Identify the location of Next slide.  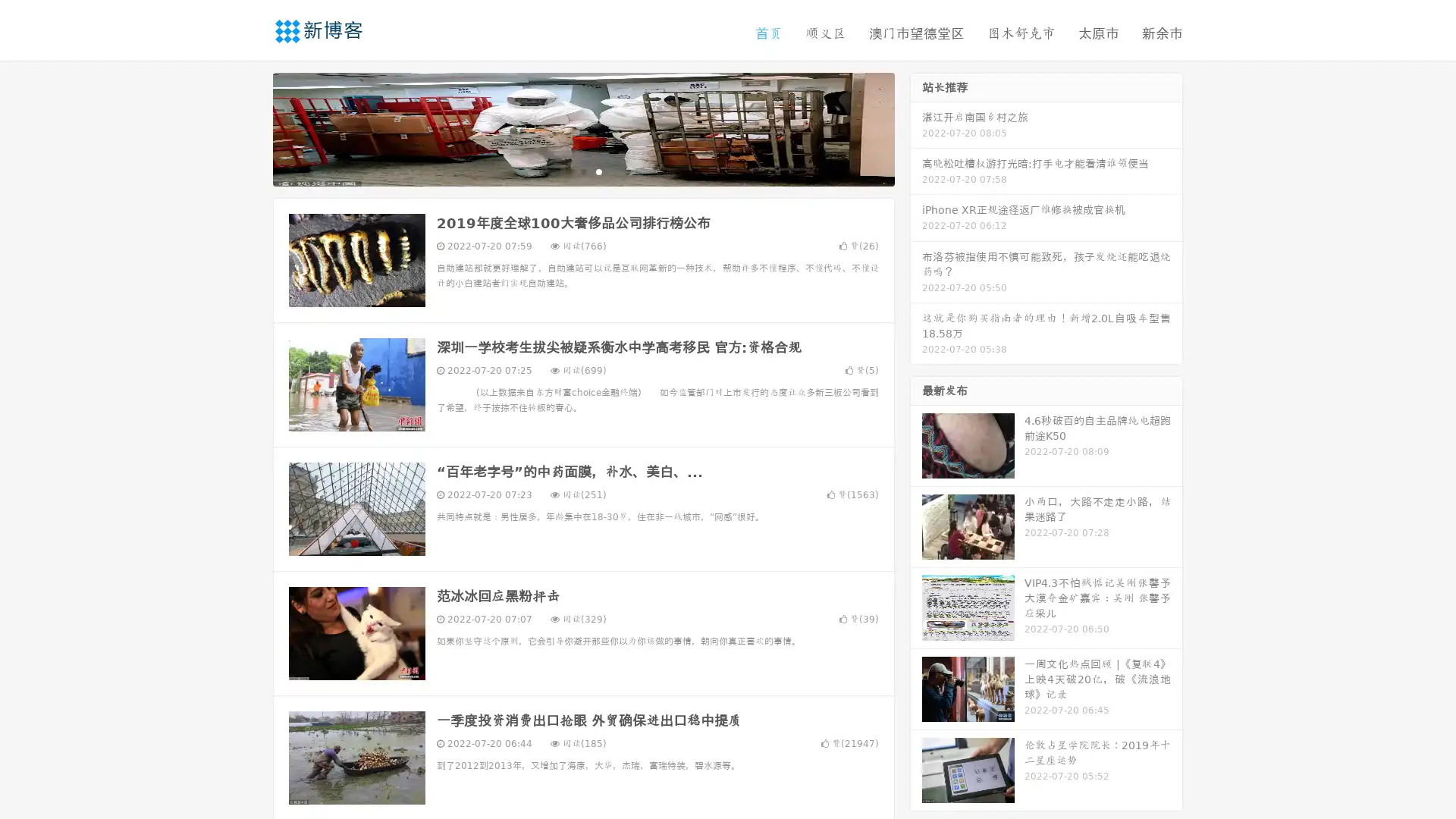
(916, 127).